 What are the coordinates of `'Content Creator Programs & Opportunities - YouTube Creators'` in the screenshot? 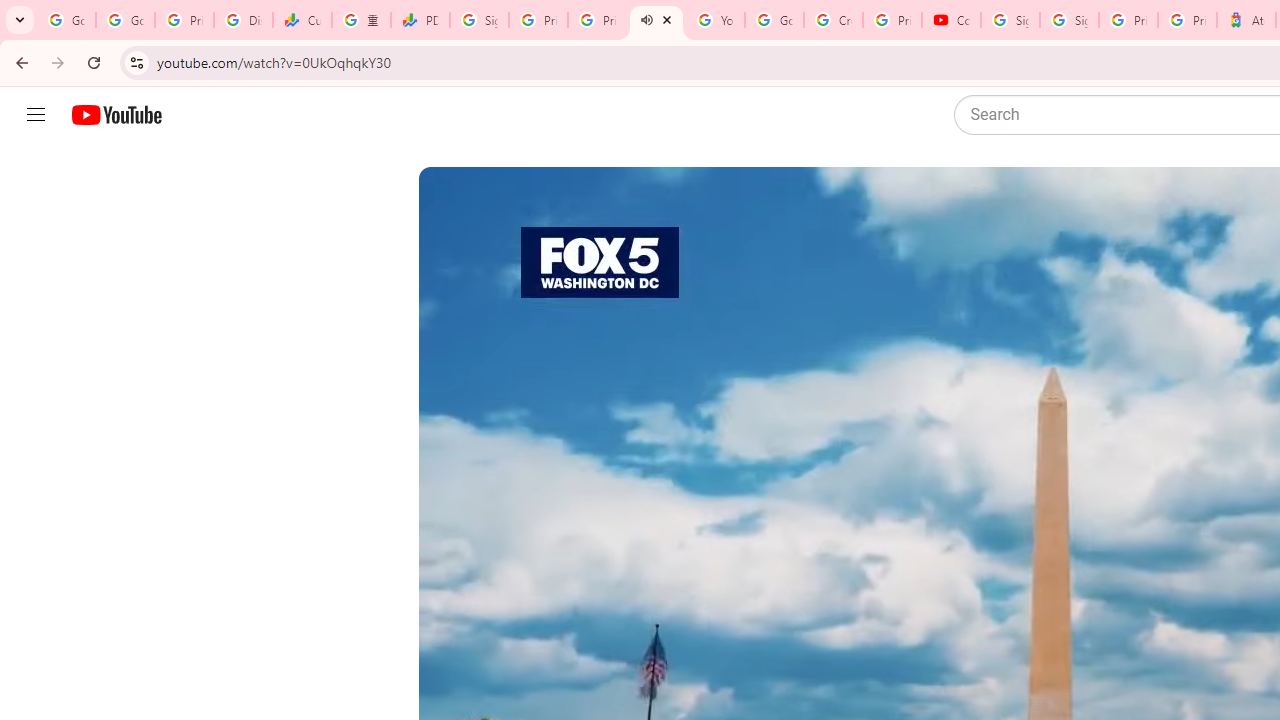 It's located at (950, 20).